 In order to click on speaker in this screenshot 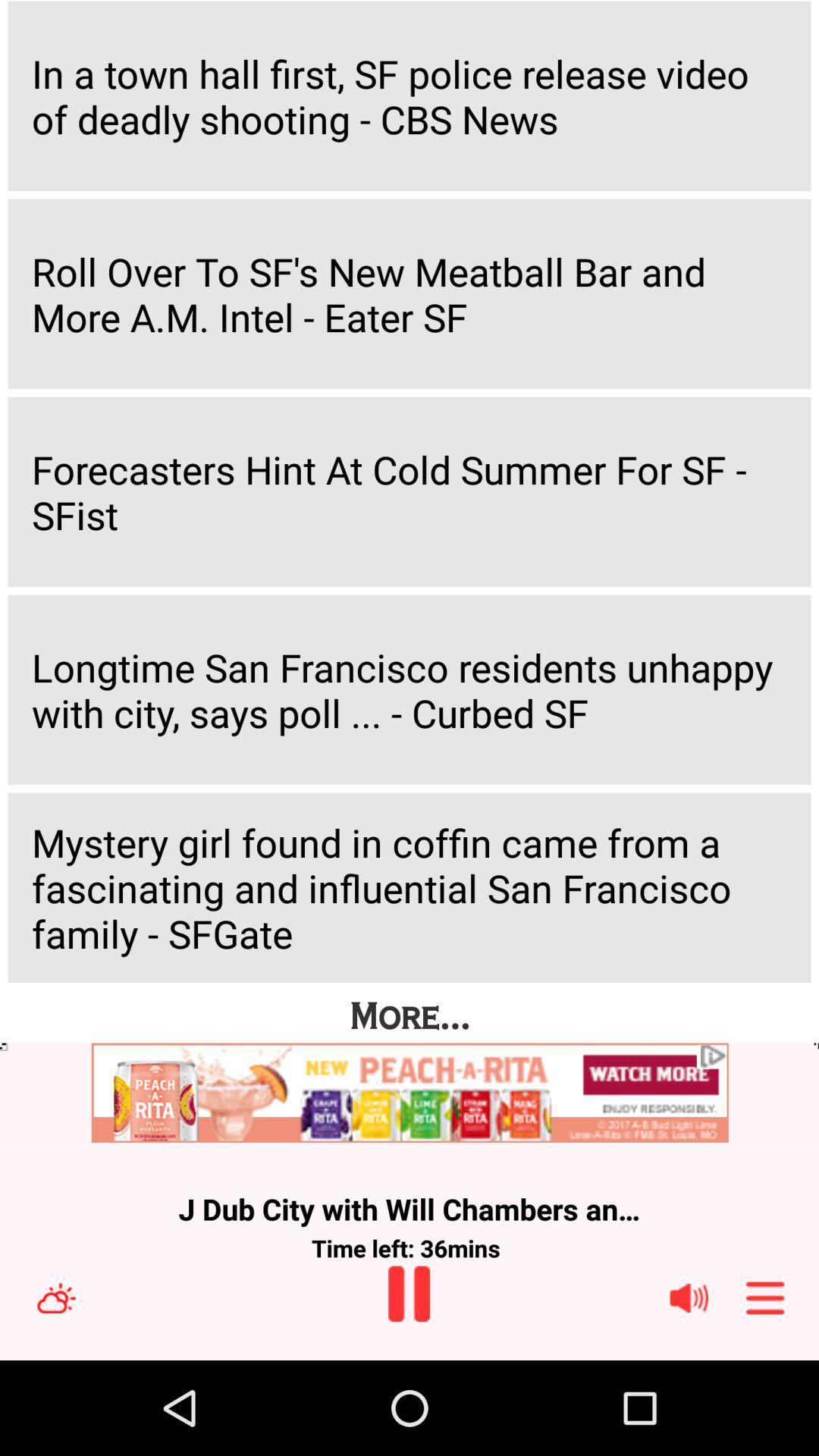, I will do `click(689, 1297)`.